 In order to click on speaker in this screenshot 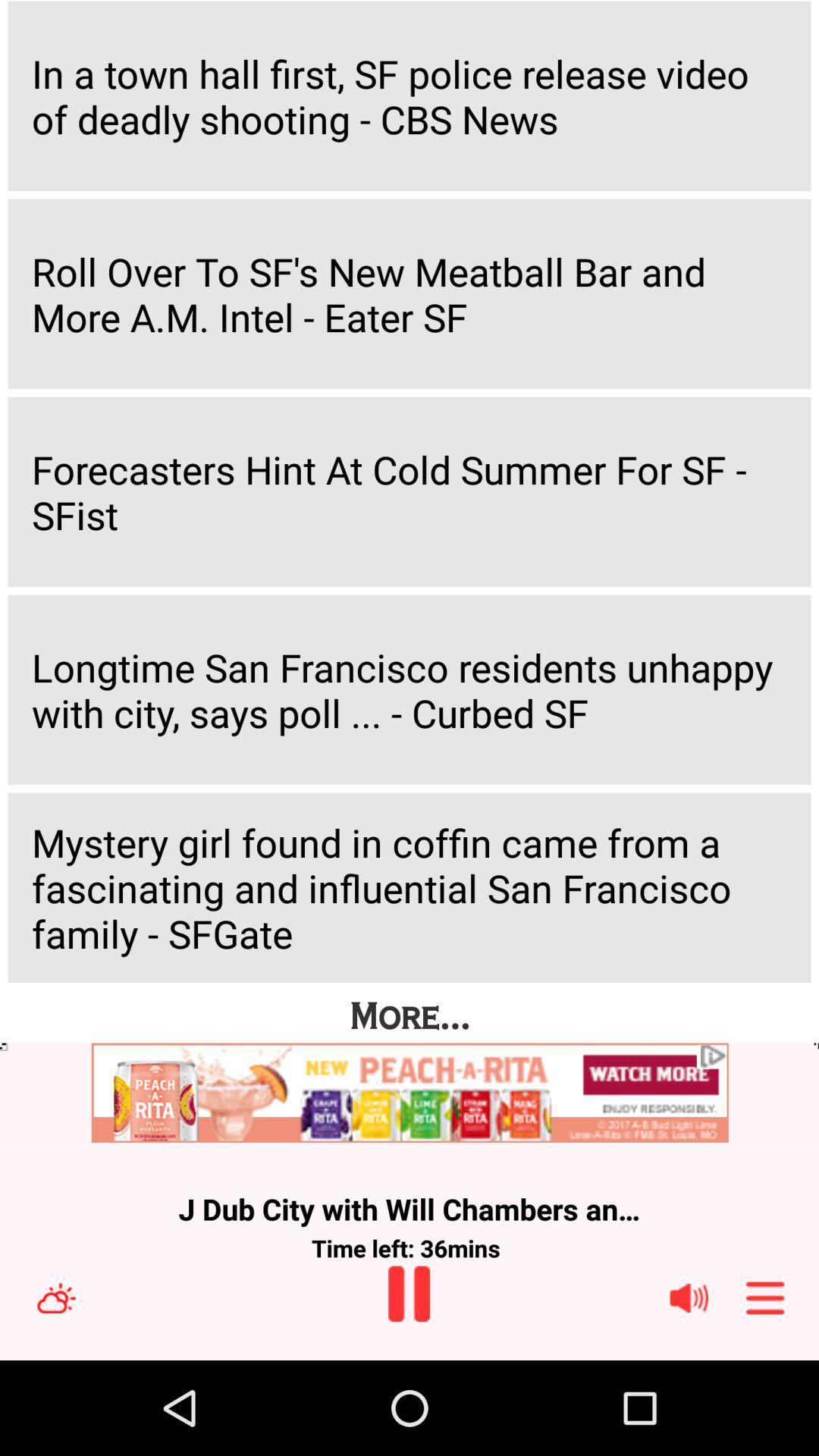, I will do `click(689, 1297)`.